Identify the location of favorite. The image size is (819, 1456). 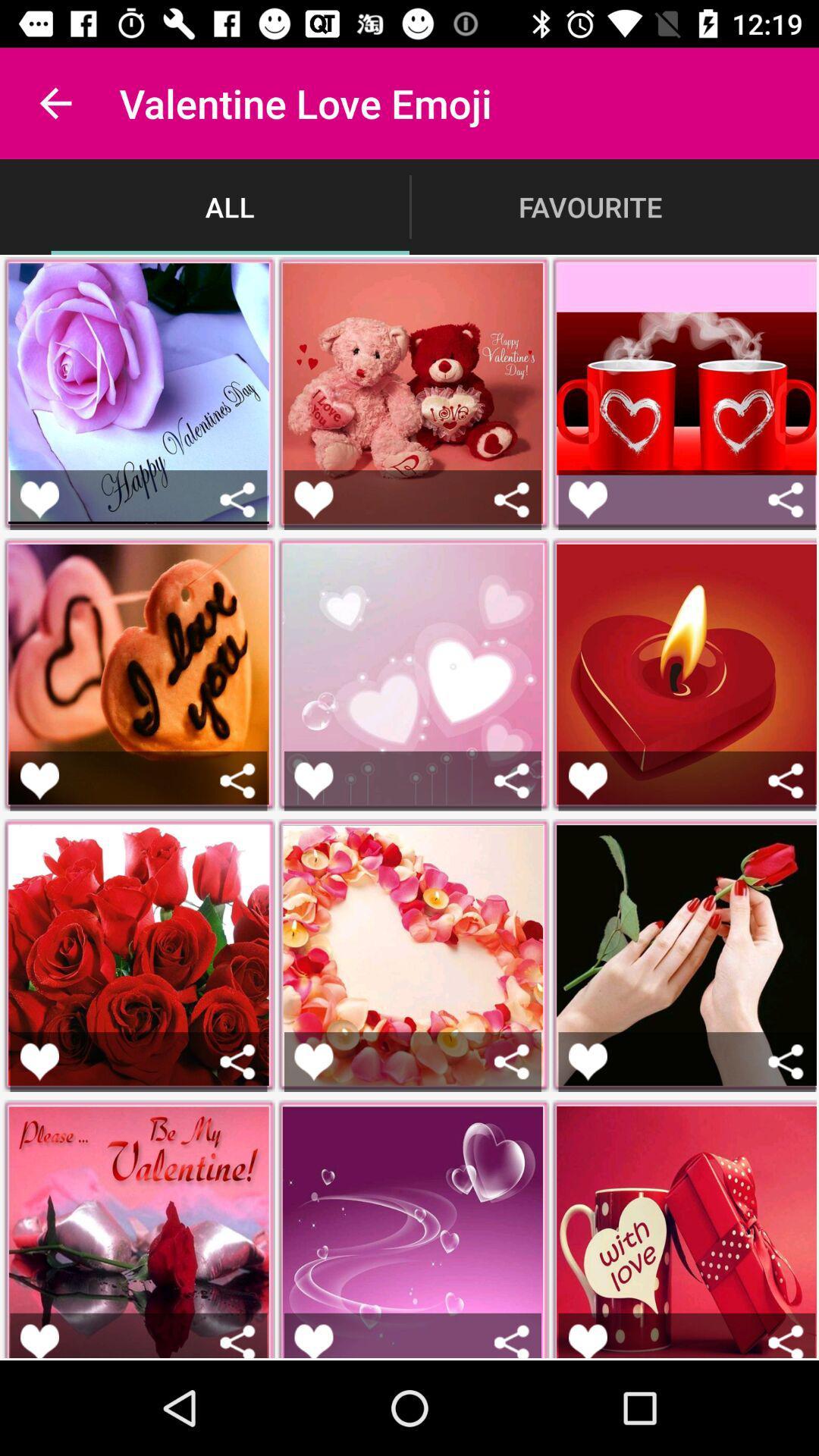
(39, 1061).